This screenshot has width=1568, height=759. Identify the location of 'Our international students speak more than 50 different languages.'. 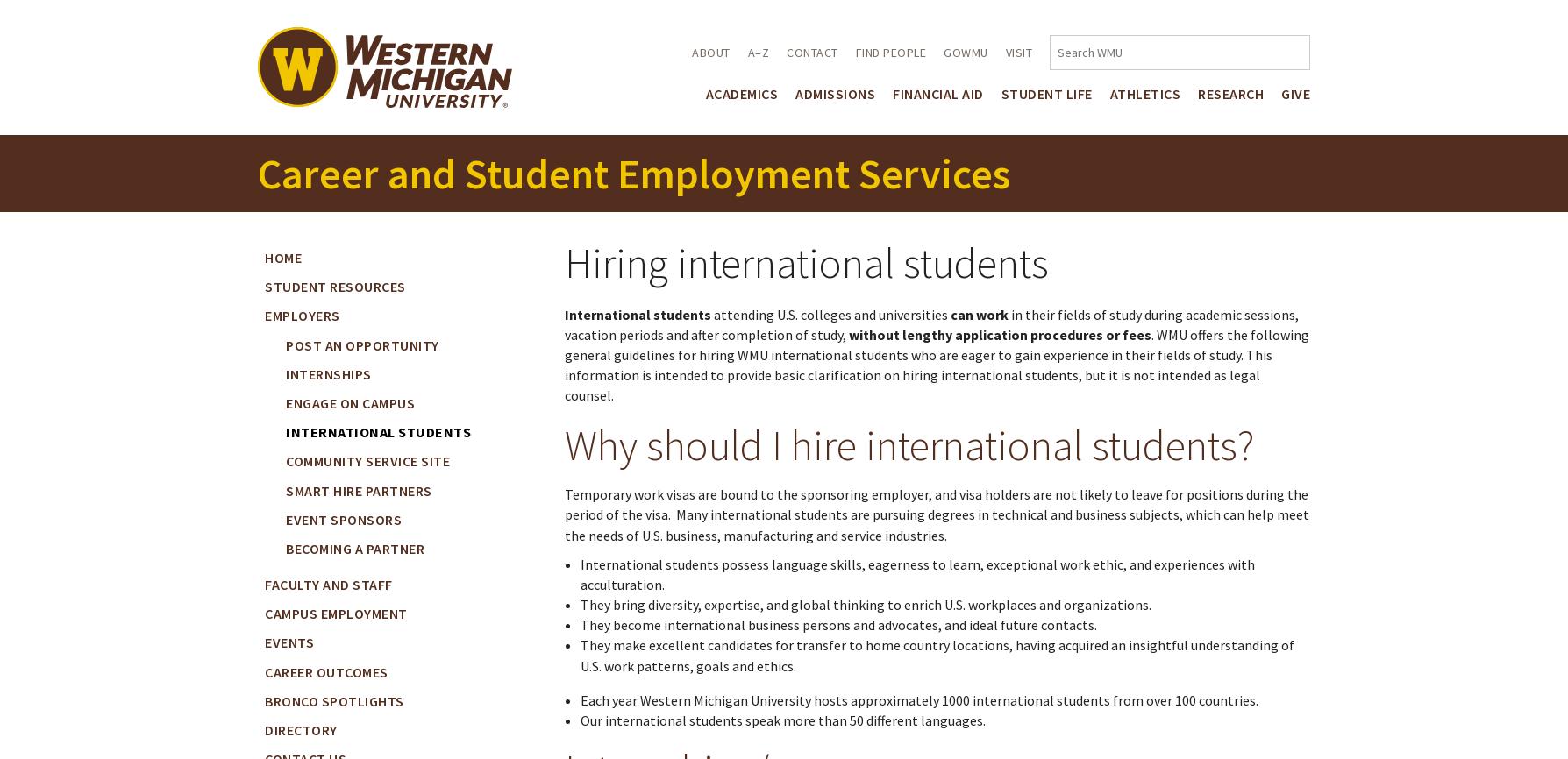
(781, 720).